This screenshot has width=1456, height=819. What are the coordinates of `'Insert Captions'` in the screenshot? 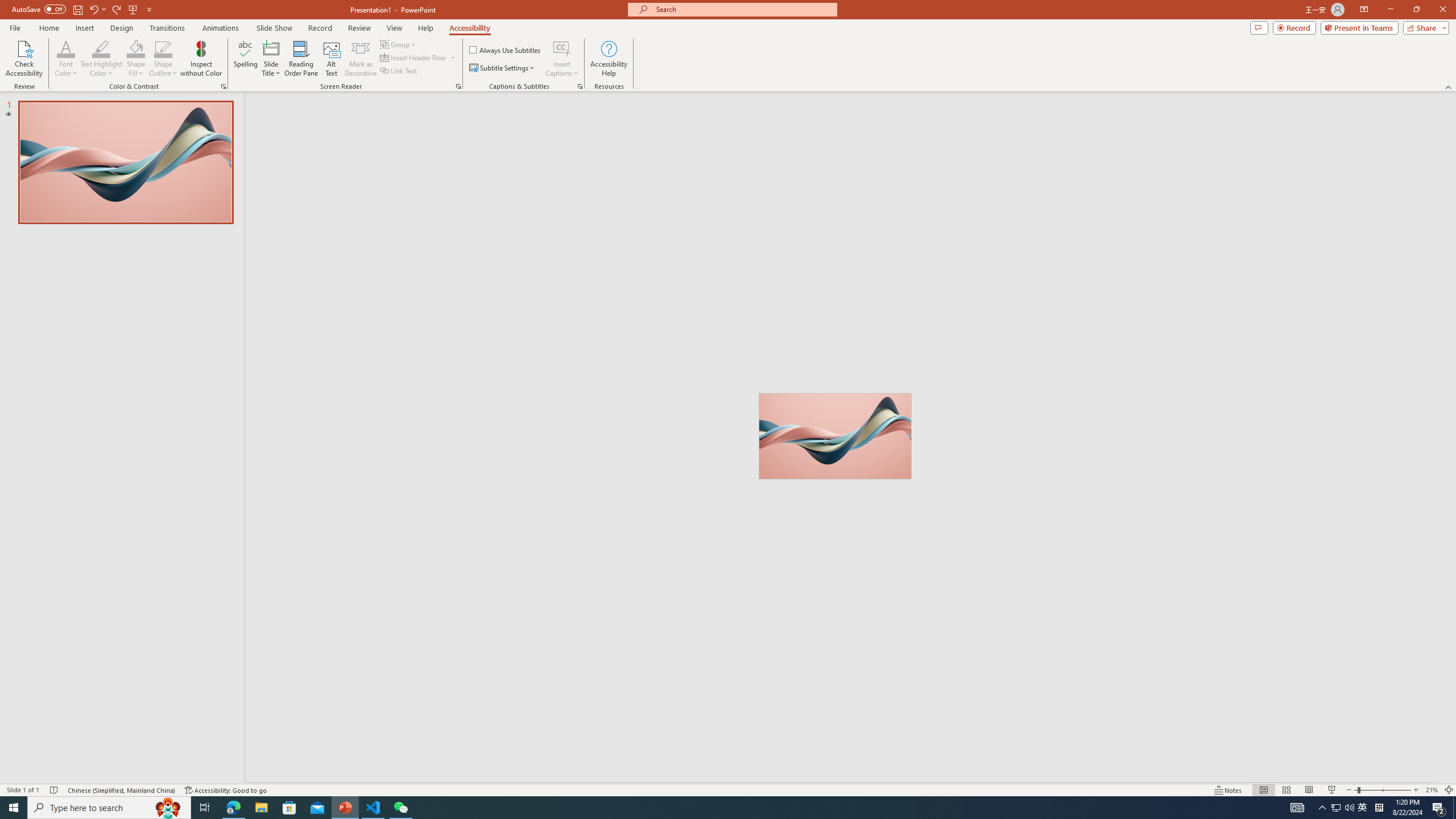 It's located at (561, 48).